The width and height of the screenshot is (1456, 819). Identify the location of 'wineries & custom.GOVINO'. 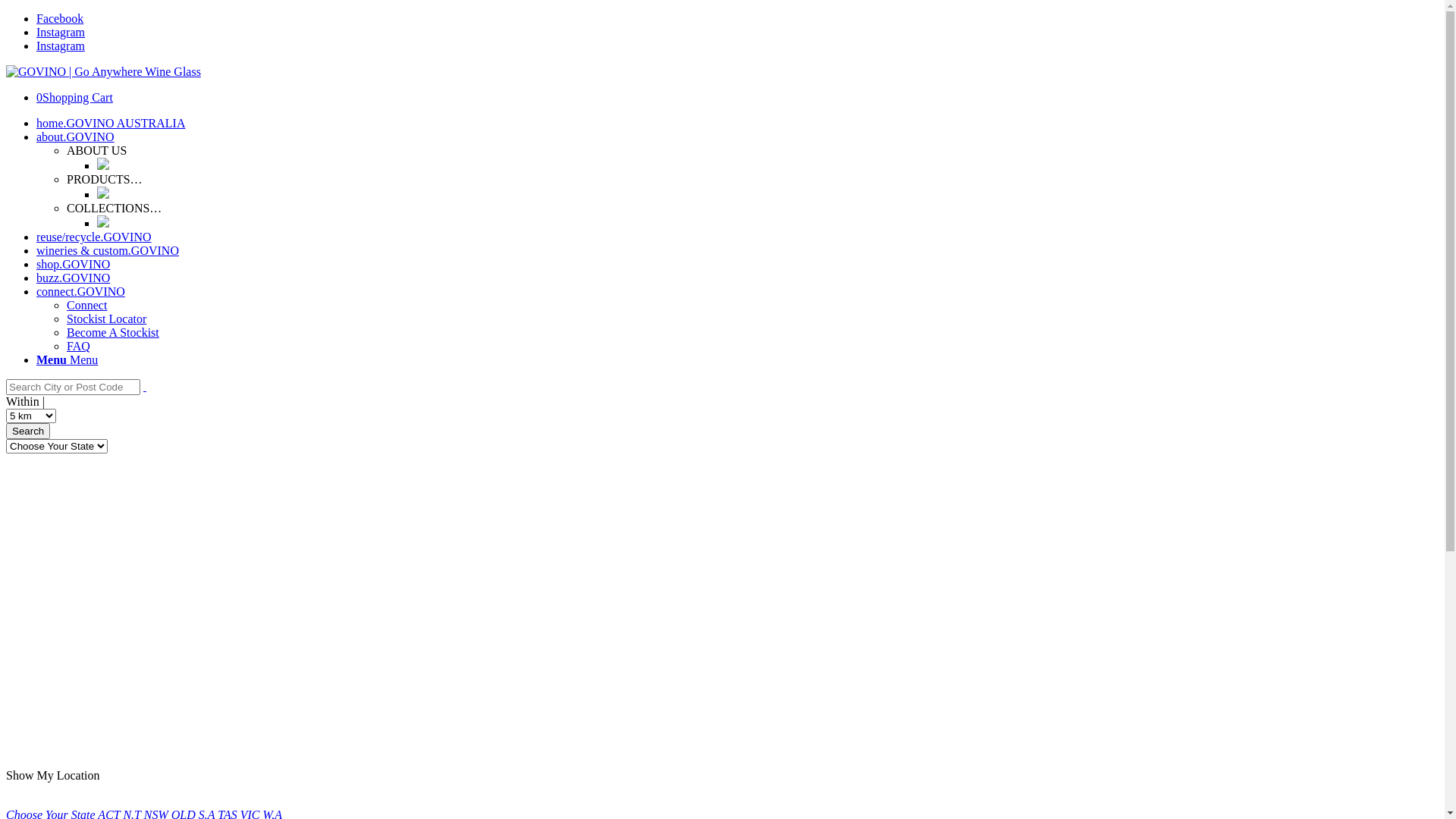
(107, 249).